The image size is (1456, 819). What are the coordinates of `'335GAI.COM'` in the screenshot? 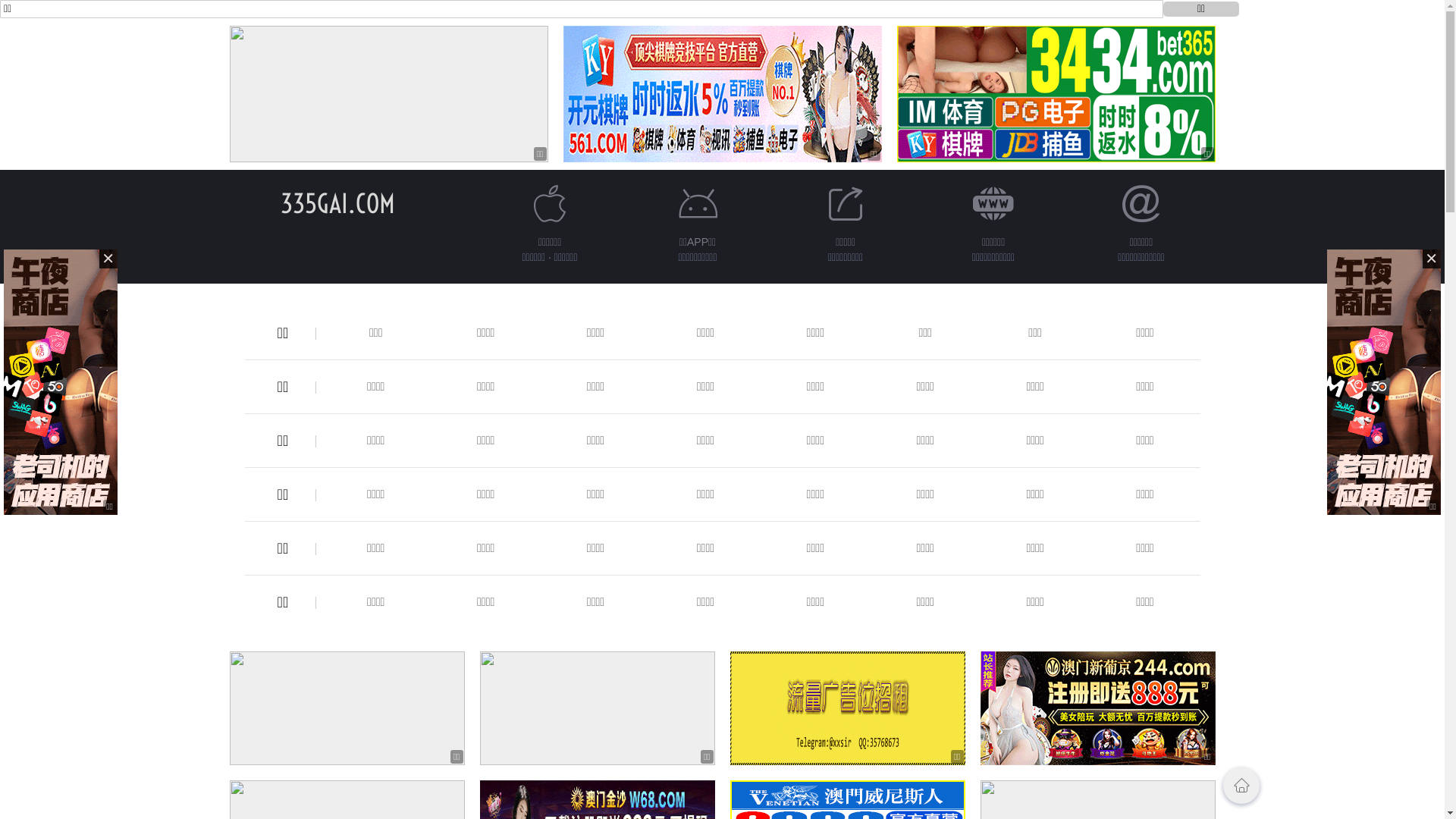 It's located at (280, 202).